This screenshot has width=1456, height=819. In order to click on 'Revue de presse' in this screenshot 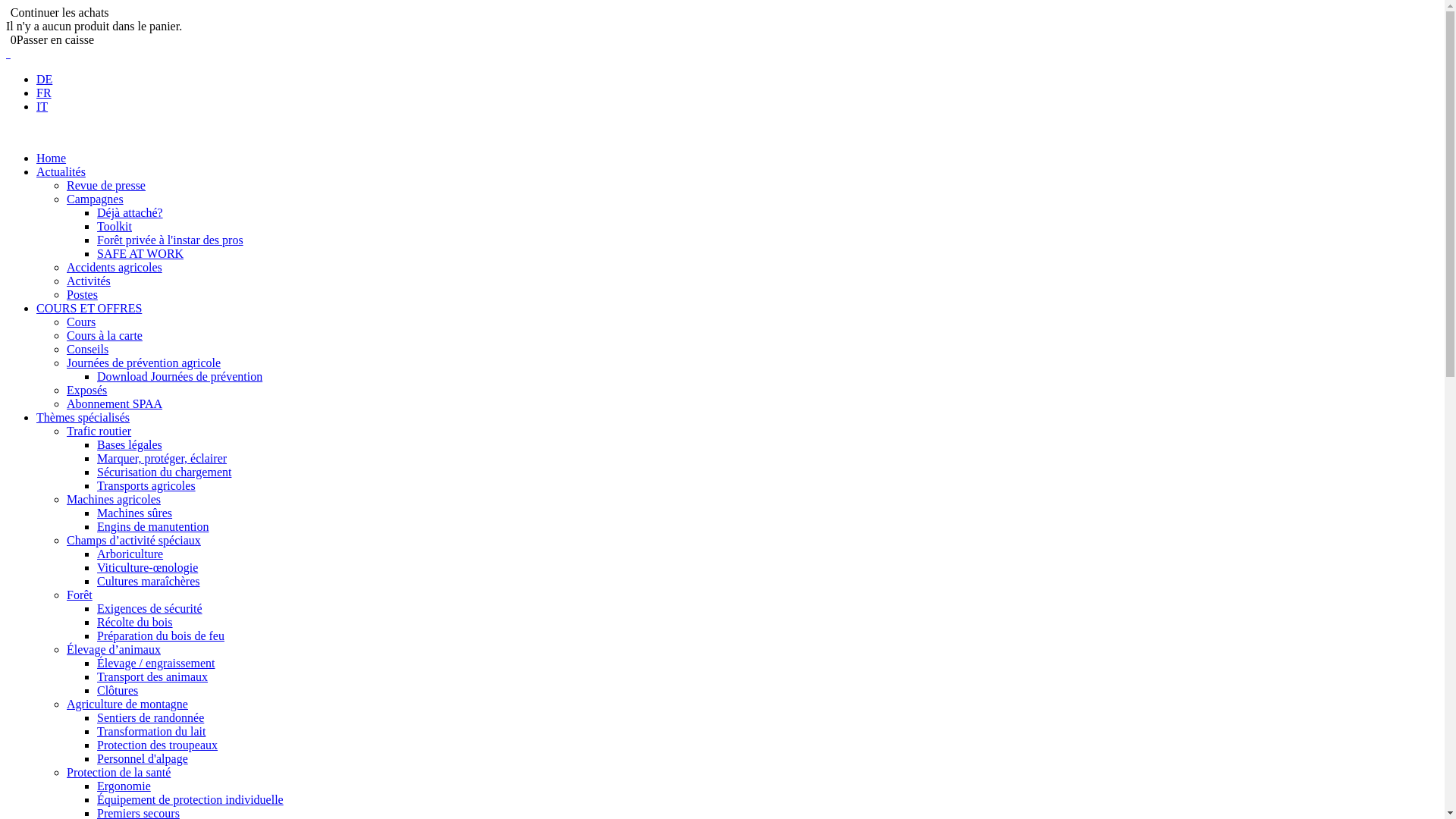, I will do `click(105, 184)`.